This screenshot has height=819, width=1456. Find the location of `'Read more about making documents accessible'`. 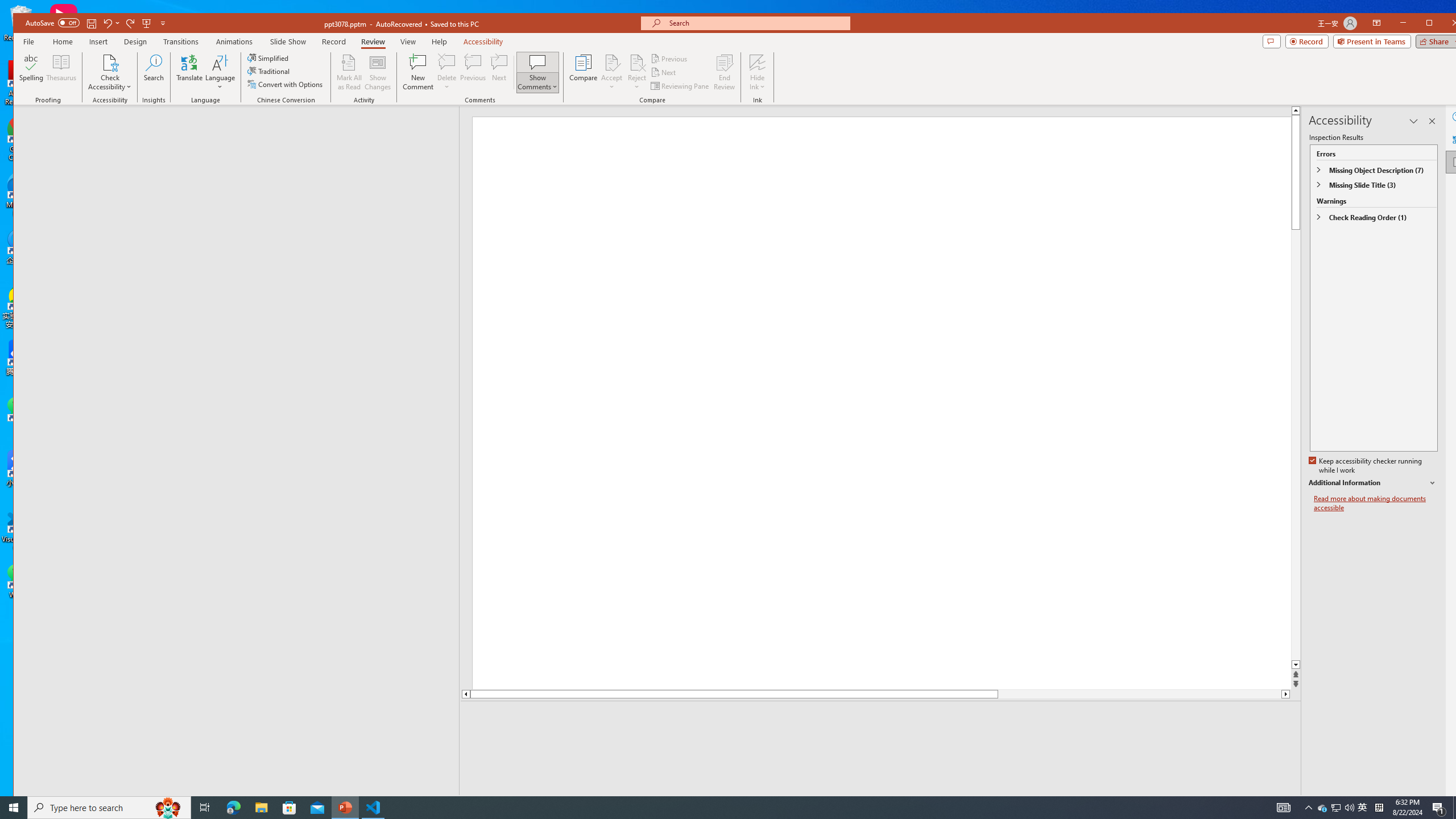

'Read more about making documents accessible' is located at coordinates (1375, 503).